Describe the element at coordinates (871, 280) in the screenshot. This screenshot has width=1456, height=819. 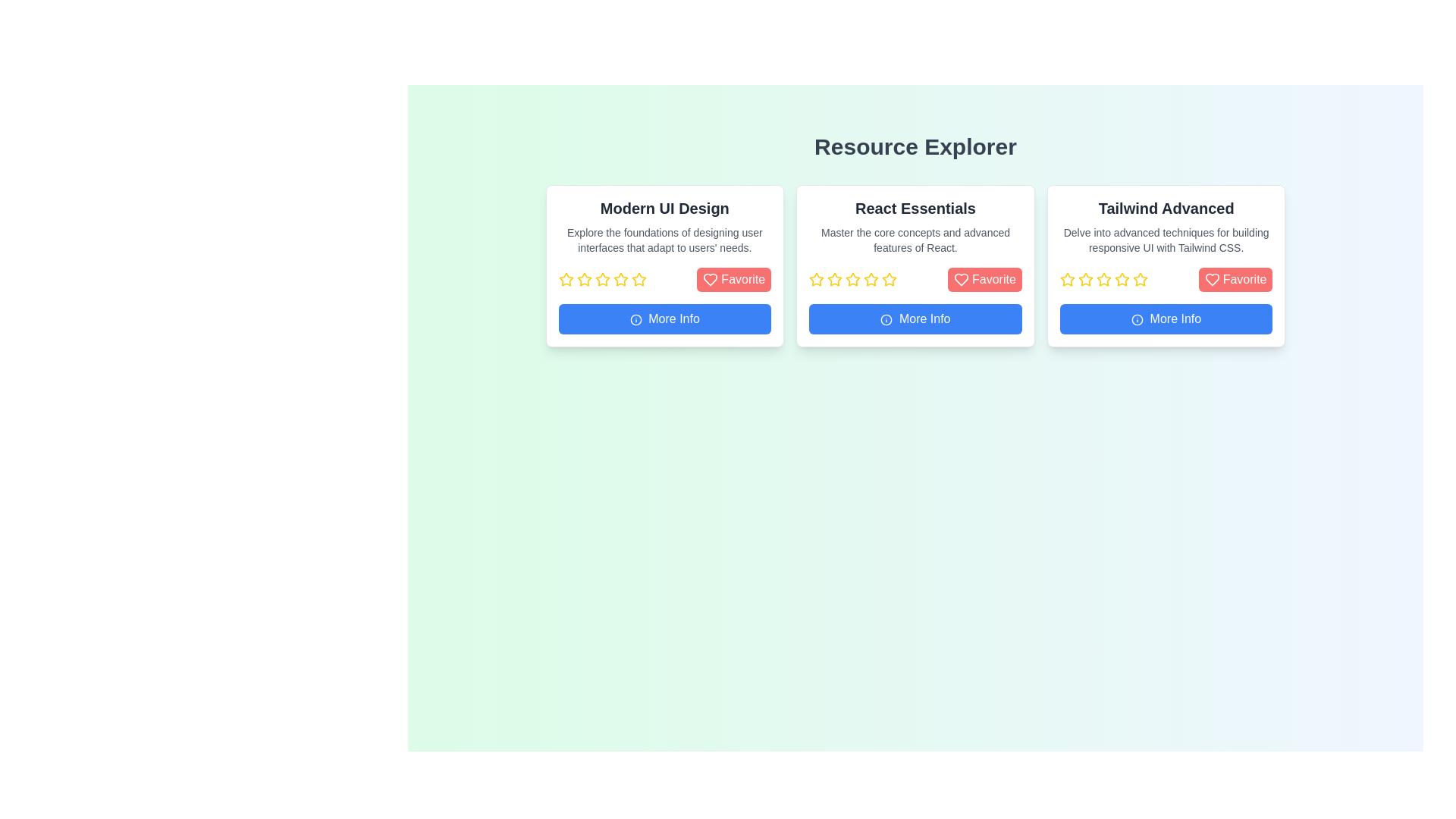
I see `the fifth star icon in the visual rating system of the 'React Essentials' card to interact with the rating value` at that location.